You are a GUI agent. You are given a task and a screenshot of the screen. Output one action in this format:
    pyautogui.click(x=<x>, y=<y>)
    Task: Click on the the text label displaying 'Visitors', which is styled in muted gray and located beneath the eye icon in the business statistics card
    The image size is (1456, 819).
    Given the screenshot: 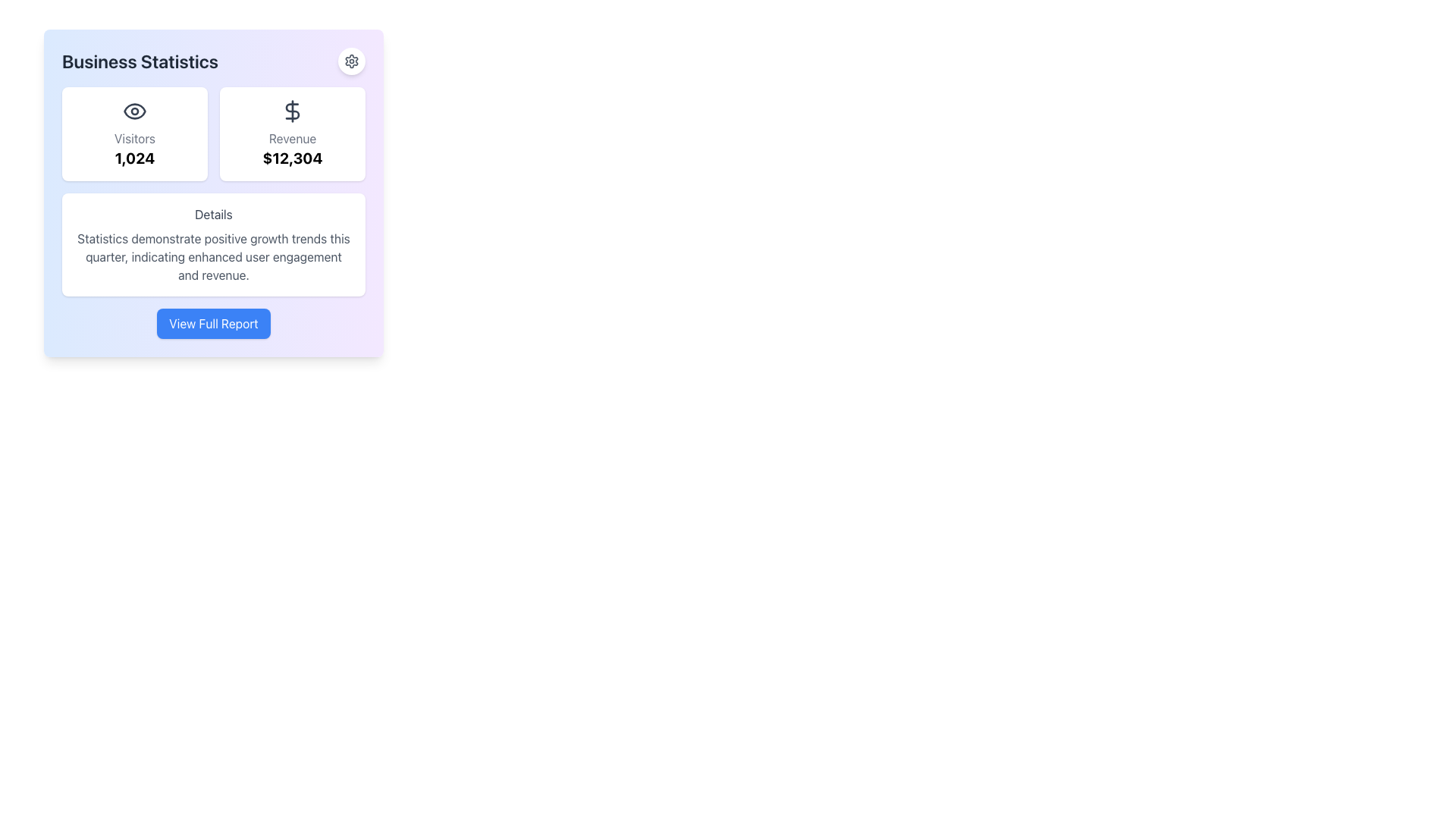 What is the action you would take?
    pyautogui.click(x=134, y=138)
    